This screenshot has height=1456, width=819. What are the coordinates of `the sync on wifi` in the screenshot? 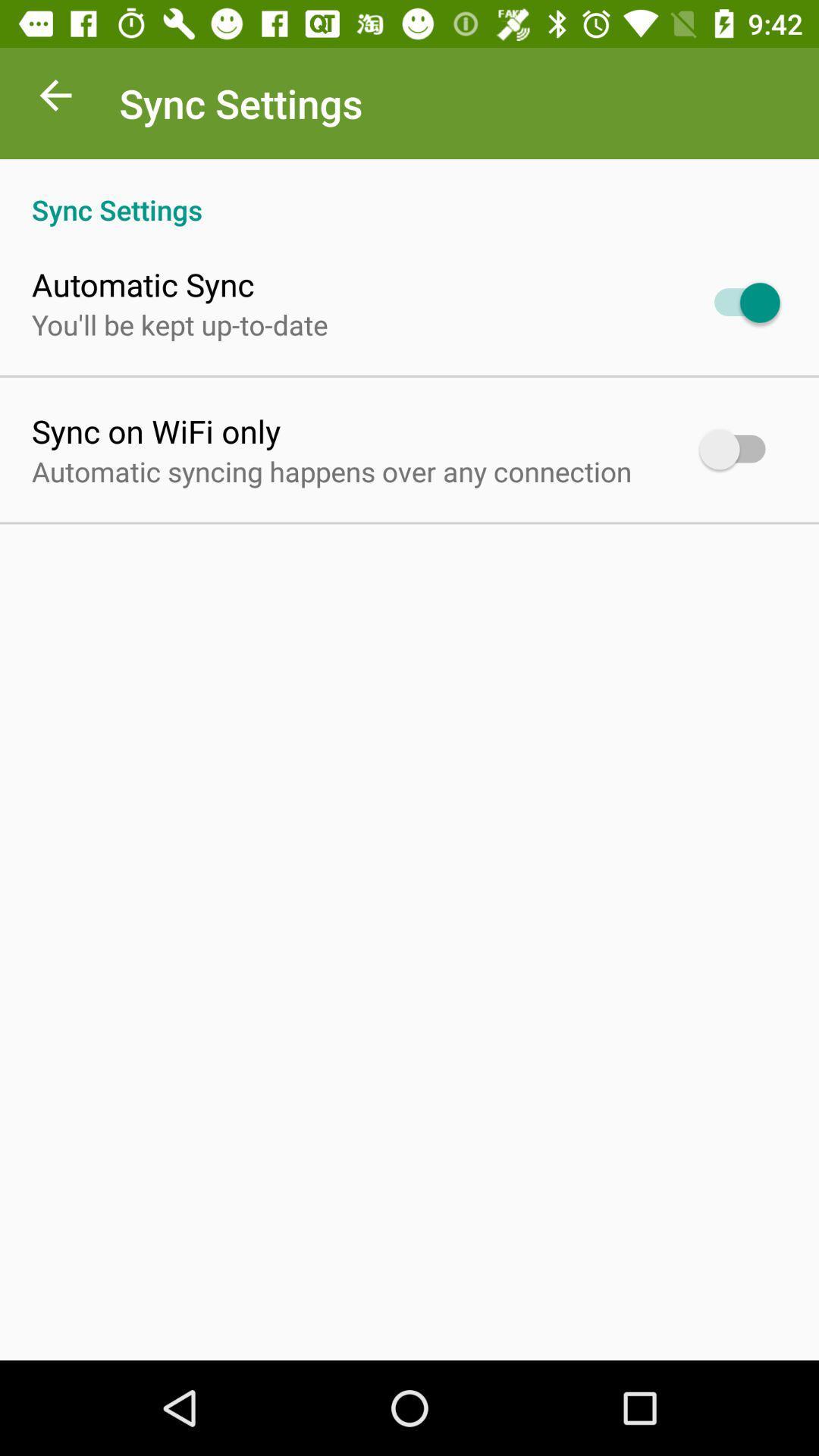 It's located at (156, 430).